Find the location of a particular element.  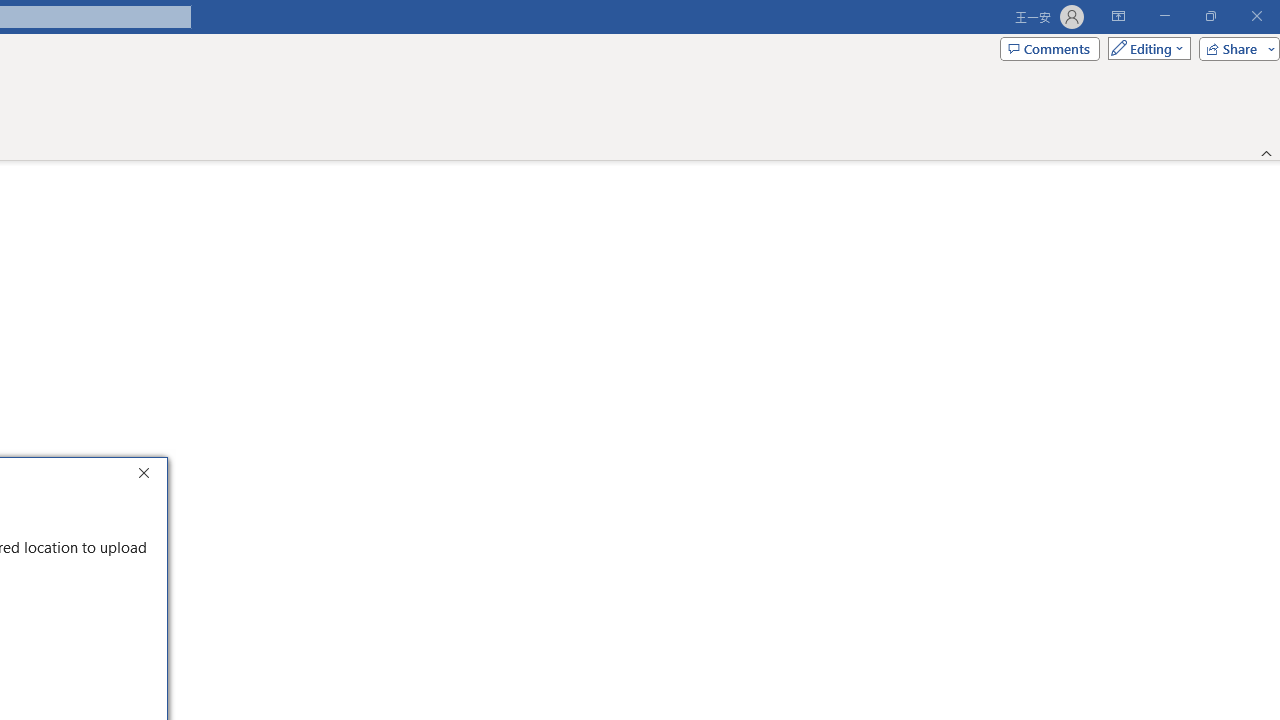

'Close' is located at coordinates (148, 475).